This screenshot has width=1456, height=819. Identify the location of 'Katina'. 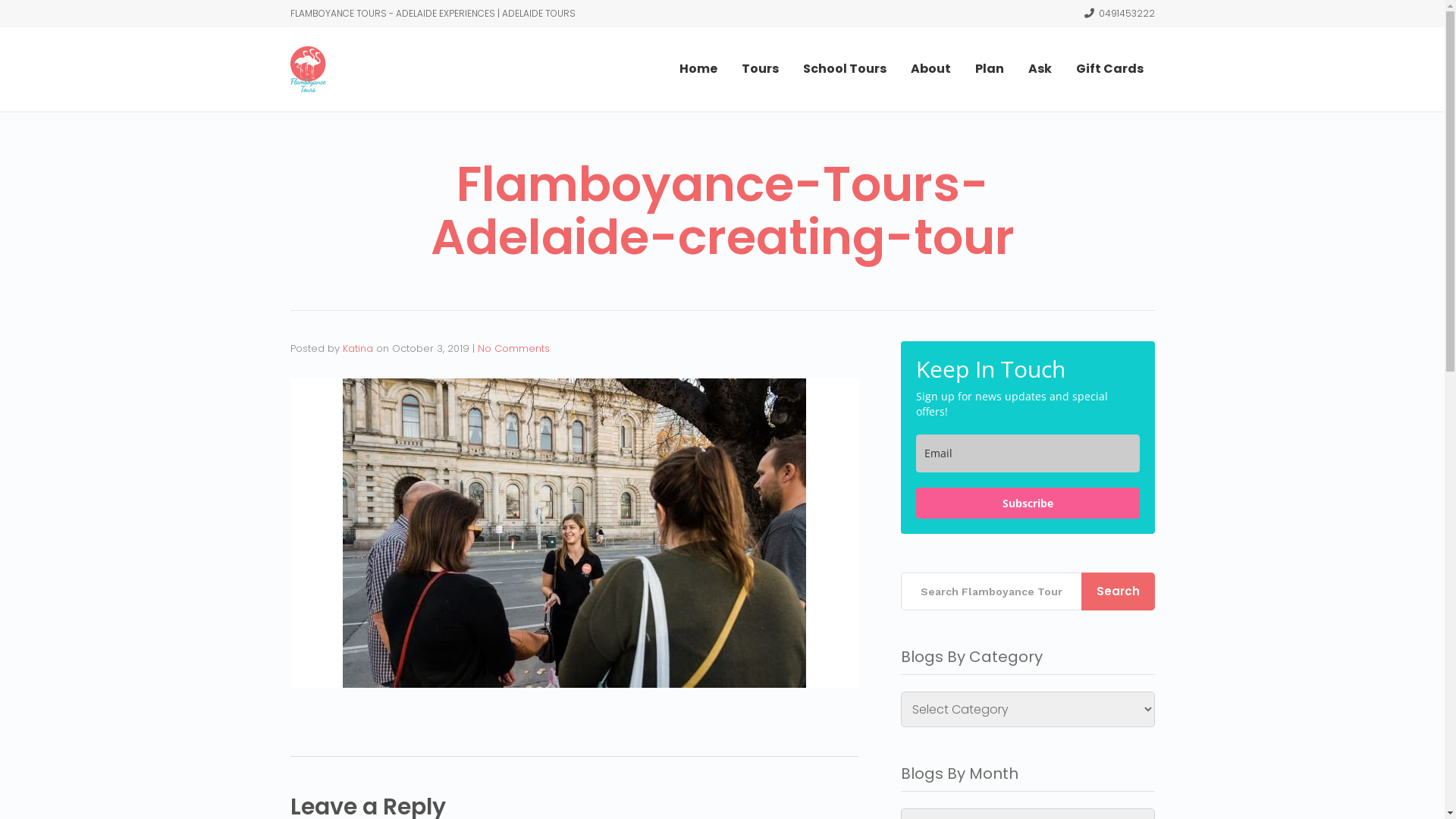
(356, 348).